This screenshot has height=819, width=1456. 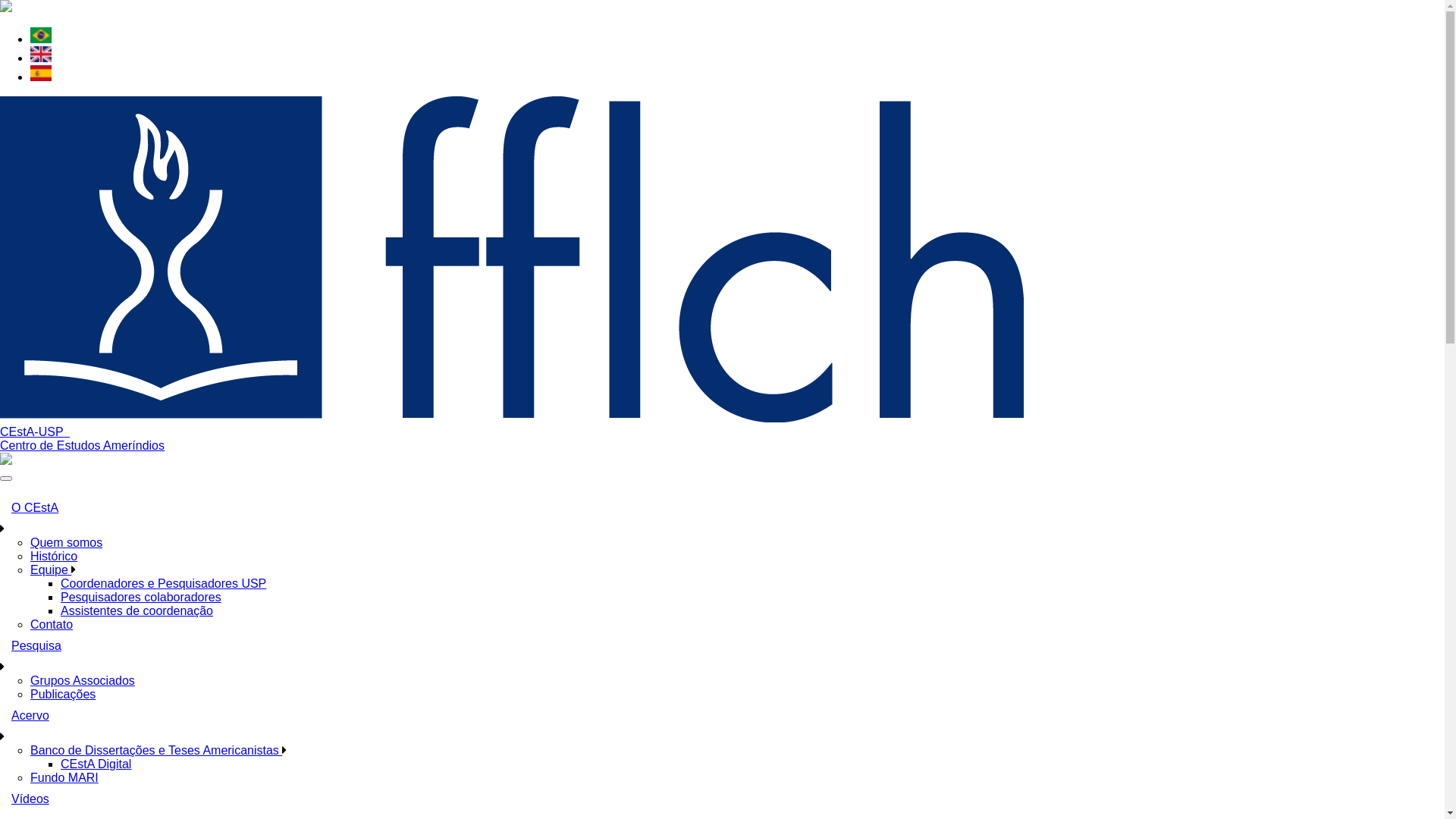 What do you see at coordinates (141, 596) in the screenshot?
I see `'Pesquisadores colaboradores'` at bounding box center [141, 596].